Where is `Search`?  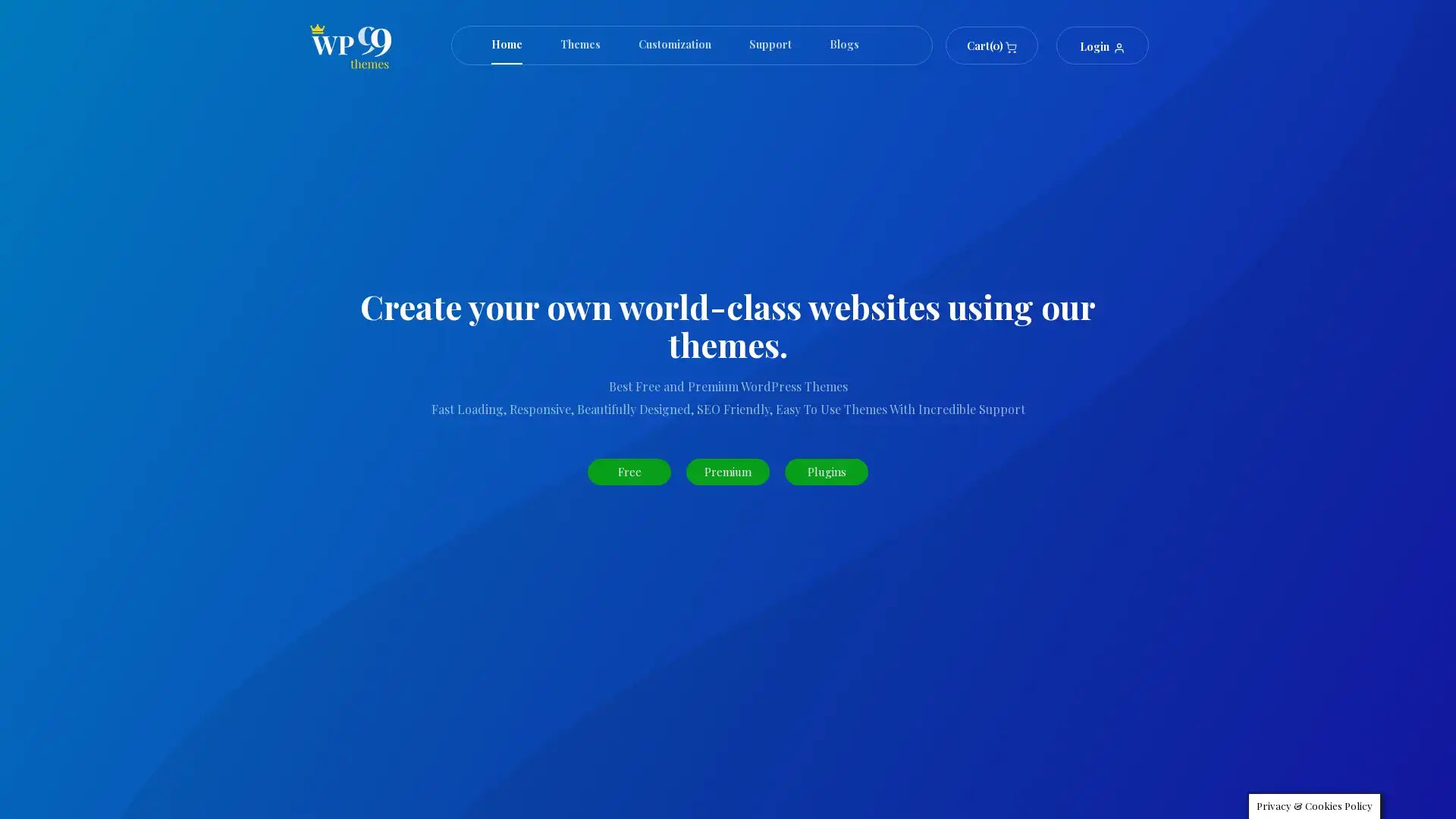 Search is located at coordinates (982, 535).